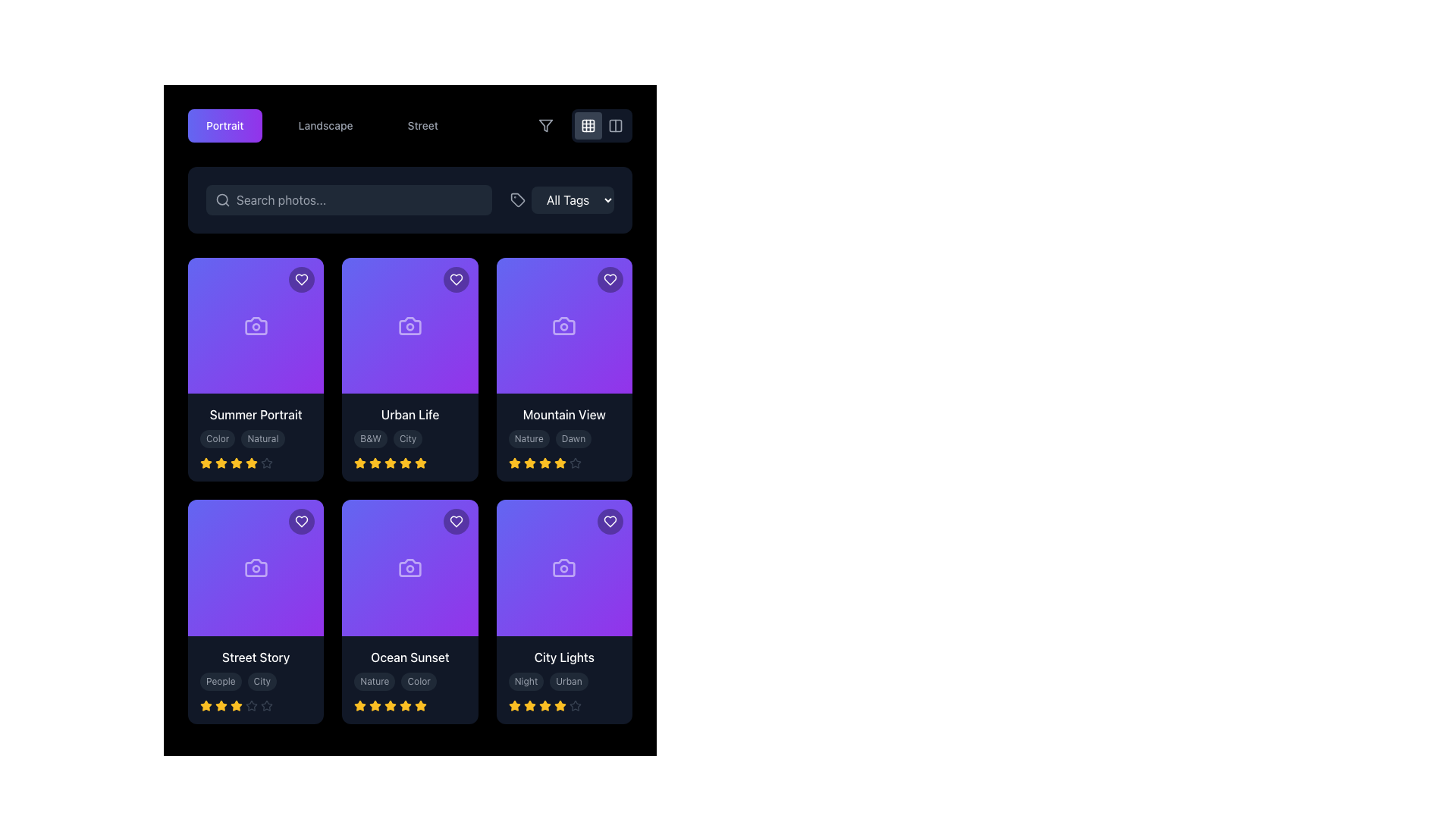  I want to click on the stars in the 'Street Story' Informational Card Section to rate the item, so click(256, 679).